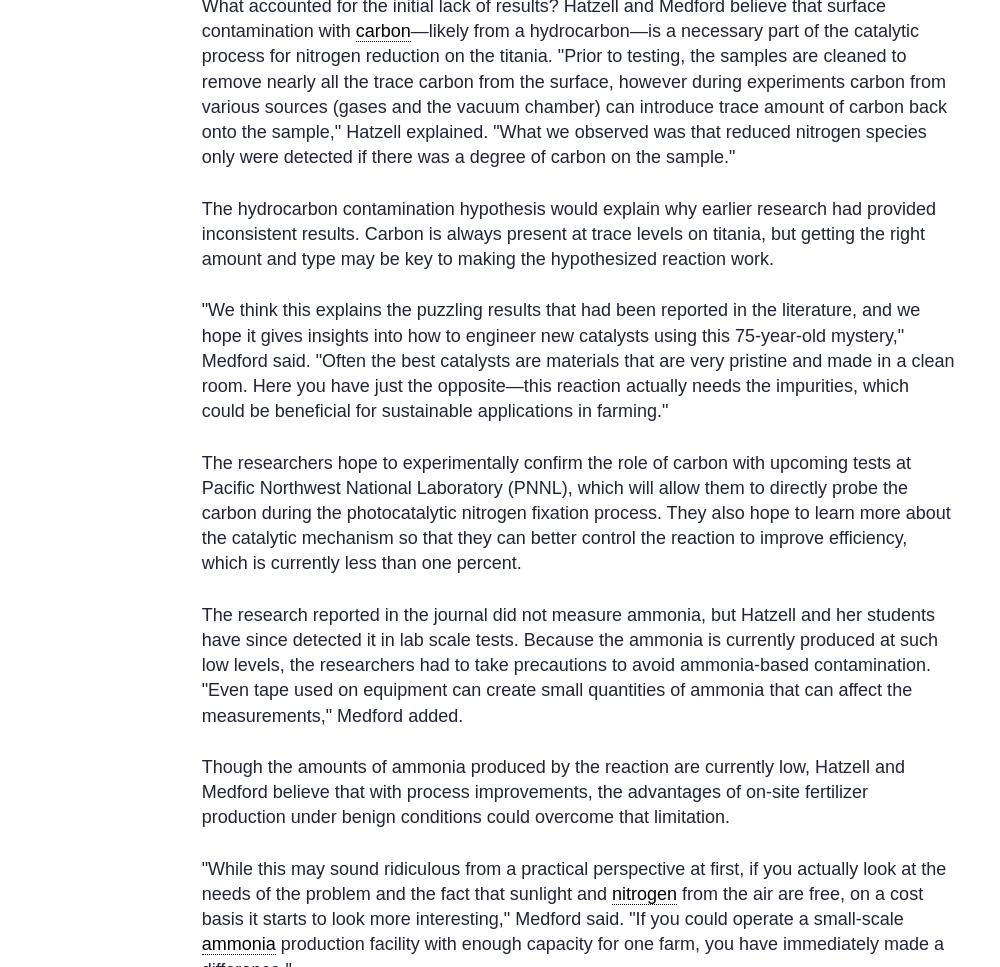  What do you see at coordinates (573, 93) in the screenshot?
I see `'—likely from a hydrocarbon—is a necessary part of the catalytic process for nitrogen reduction on the titania. "Prior to testing, the samples are cleaned to remove nearly all the trace carbon from the surface, however during experiments carbon from various sources (gases and the vacuum chamber) can introduce trace amount of carbon back onto the sample," Hatzell explained. "What we observed was that reduced nitrogen species only were detected if there was a degree of carbon on the sample."'` at bounding box center [573, 93].